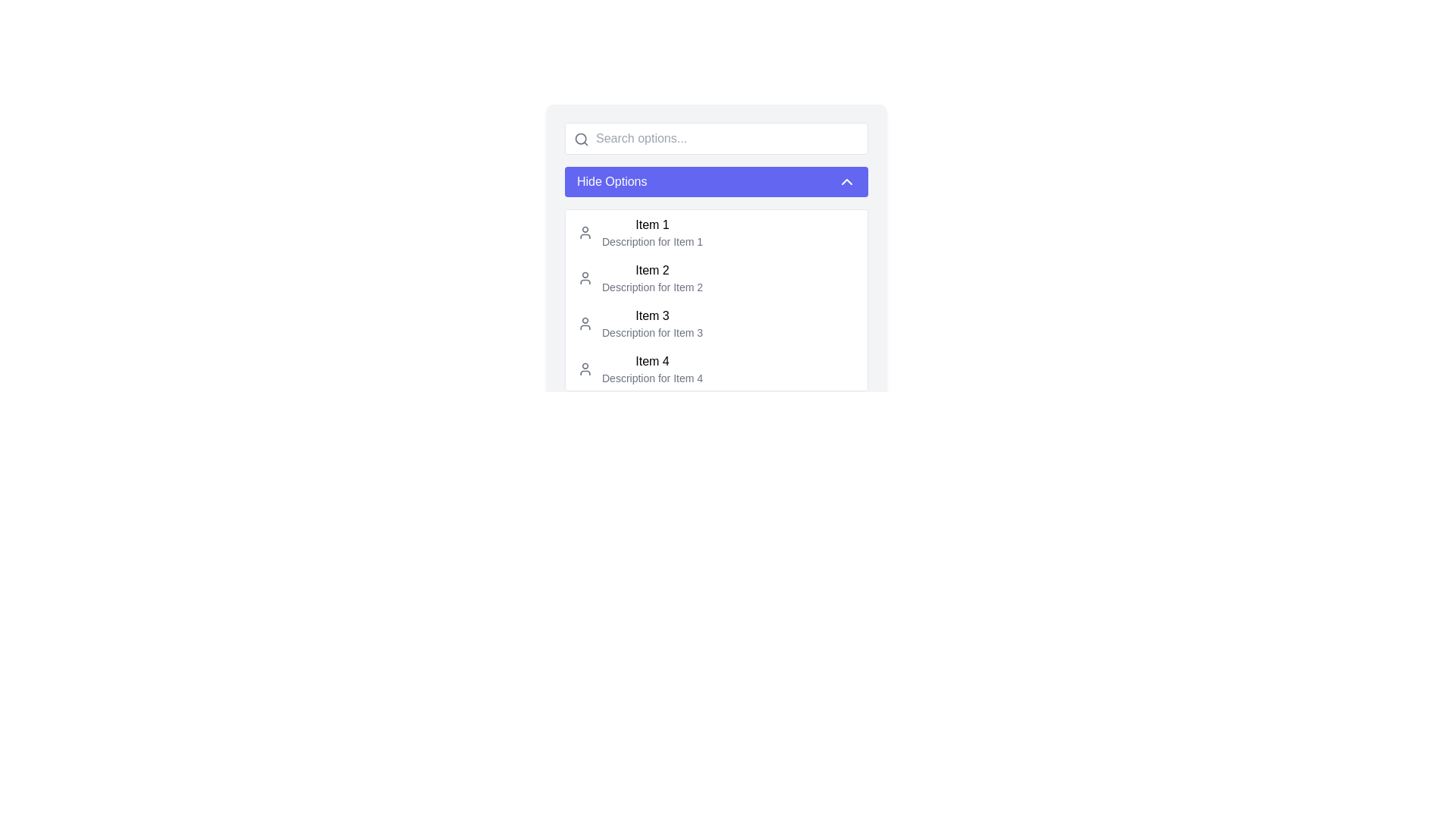 This screenshot has width=1456, height=819. What do you see at coordinates (652, 323) in the screenshot?
I see `the third item in the vertically stacked list, which provides a title and description but is non-interactive, located between 'Item 2' and 'Item 4'` at bounding box center [652, 323].